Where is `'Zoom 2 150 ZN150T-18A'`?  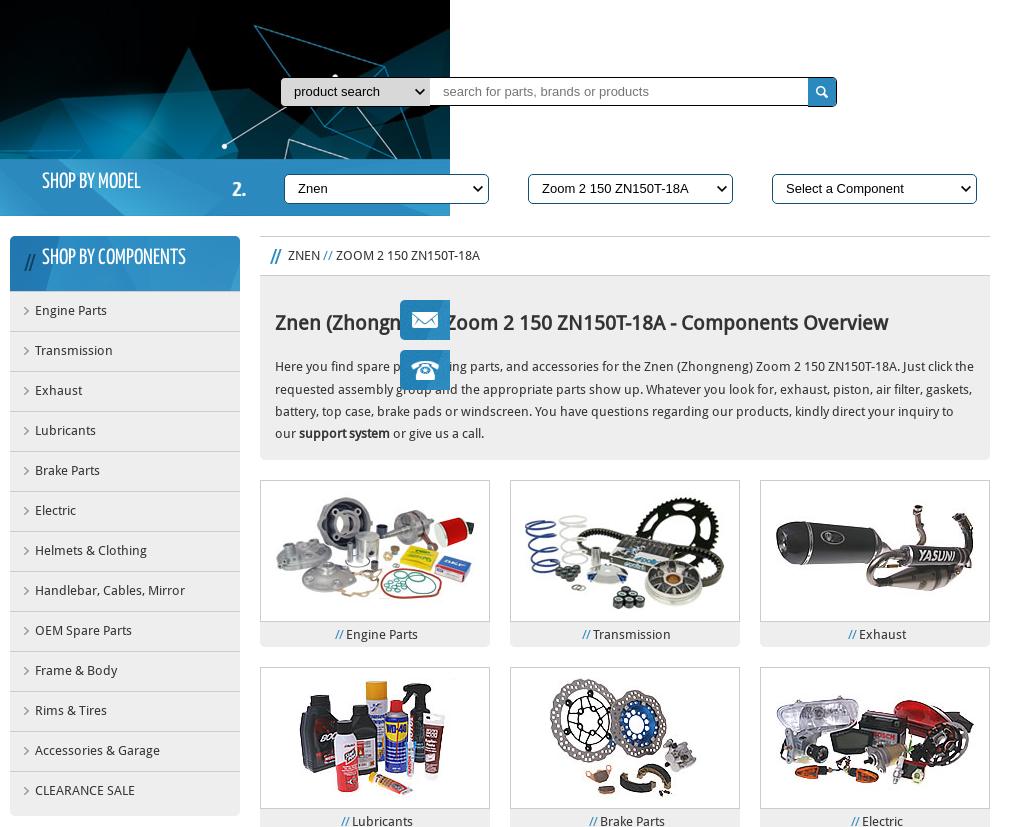 'Zoom 2 150 ZN150T-18A' is located at coordinates (406, 255).